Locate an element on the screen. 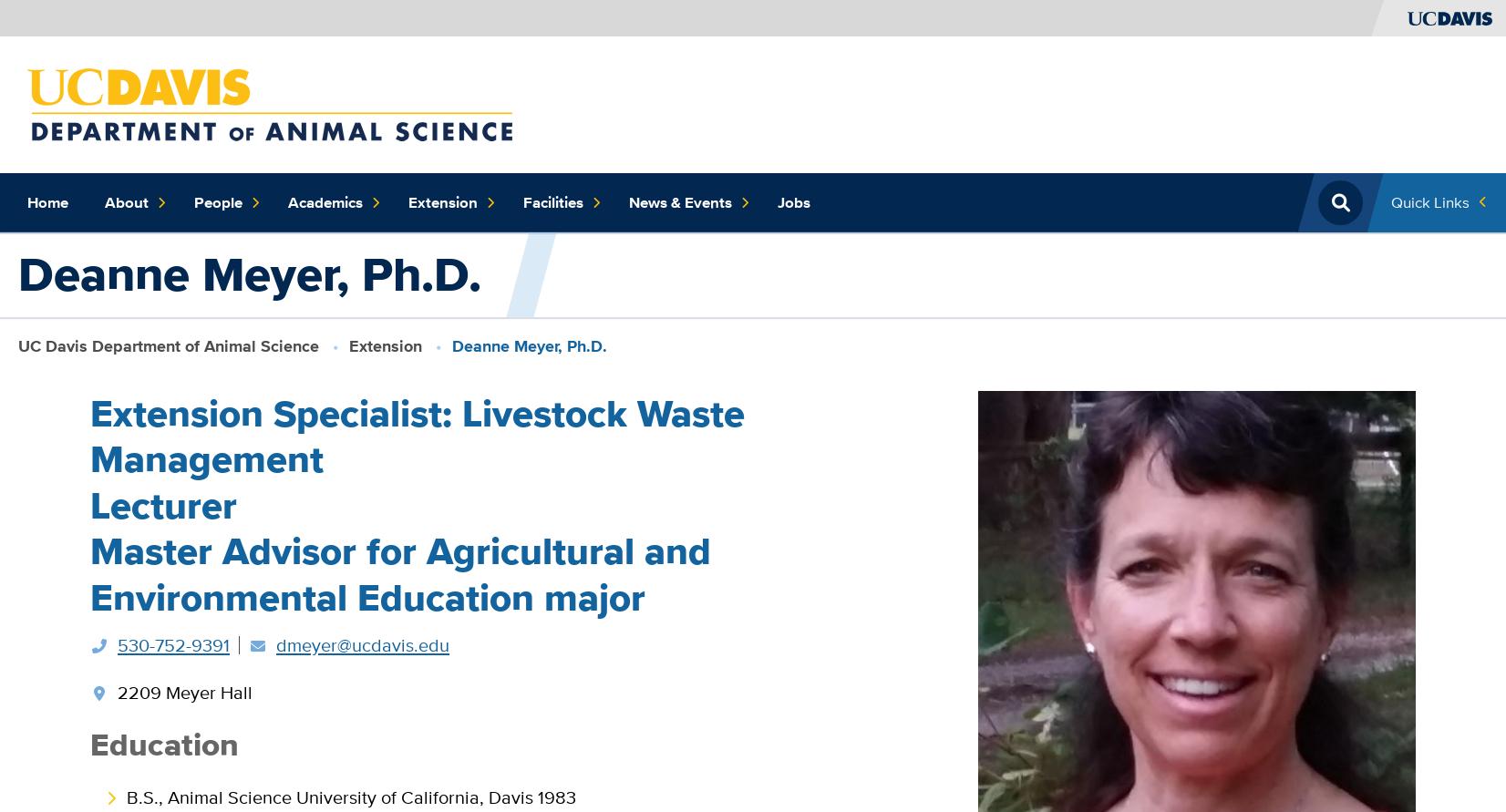 The height and width of the screenshot is (812, 1506). 'dmeyer@ucdavis.edu' is located at coordinates (362, 643).